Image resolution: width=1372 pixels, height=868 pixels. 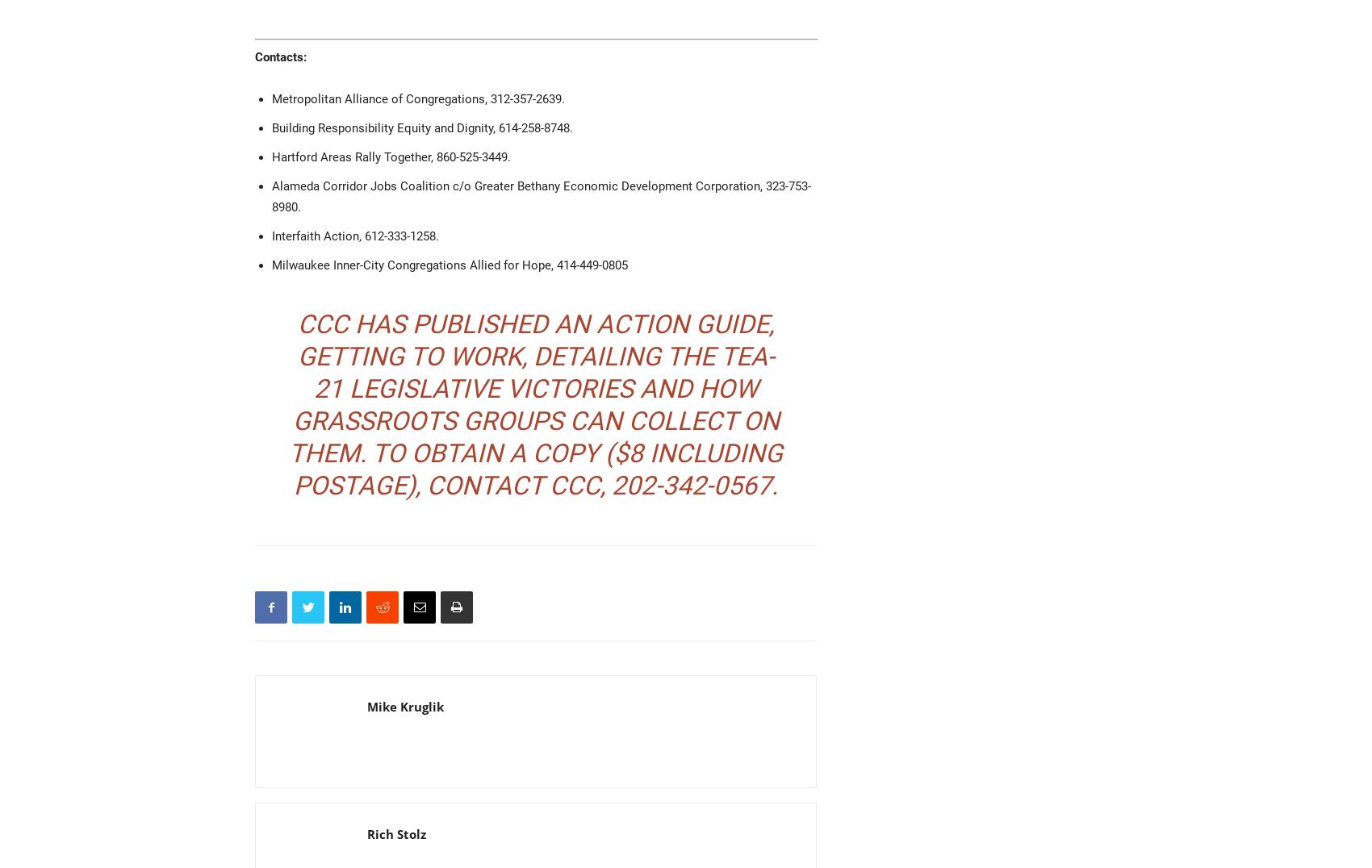 I want to click on 'CCC has published an action guide,', so click(x=536, y=323).